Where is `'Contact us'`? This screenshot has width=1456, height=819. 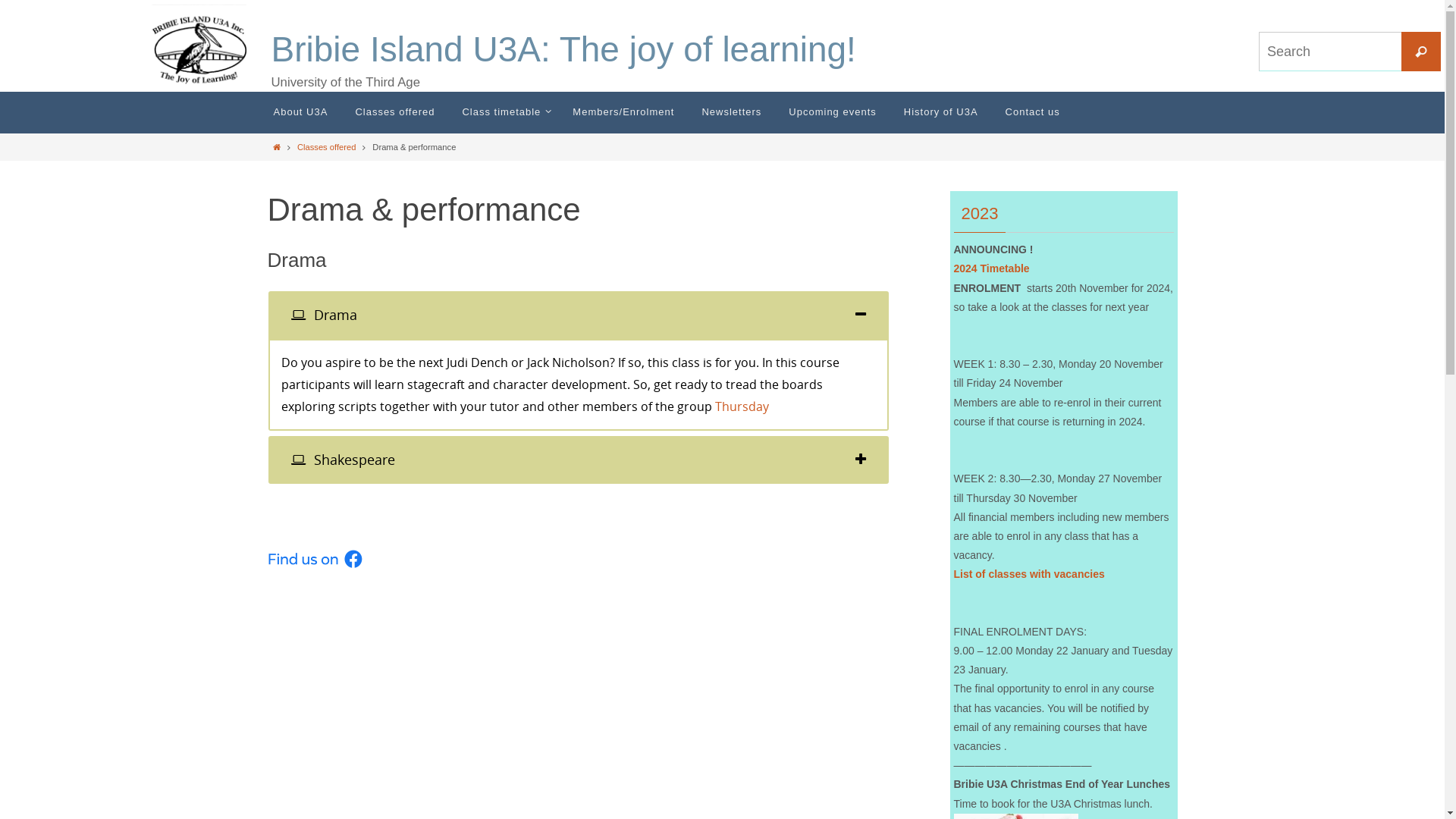 'Contact us' is located at coordinates (992, 111).